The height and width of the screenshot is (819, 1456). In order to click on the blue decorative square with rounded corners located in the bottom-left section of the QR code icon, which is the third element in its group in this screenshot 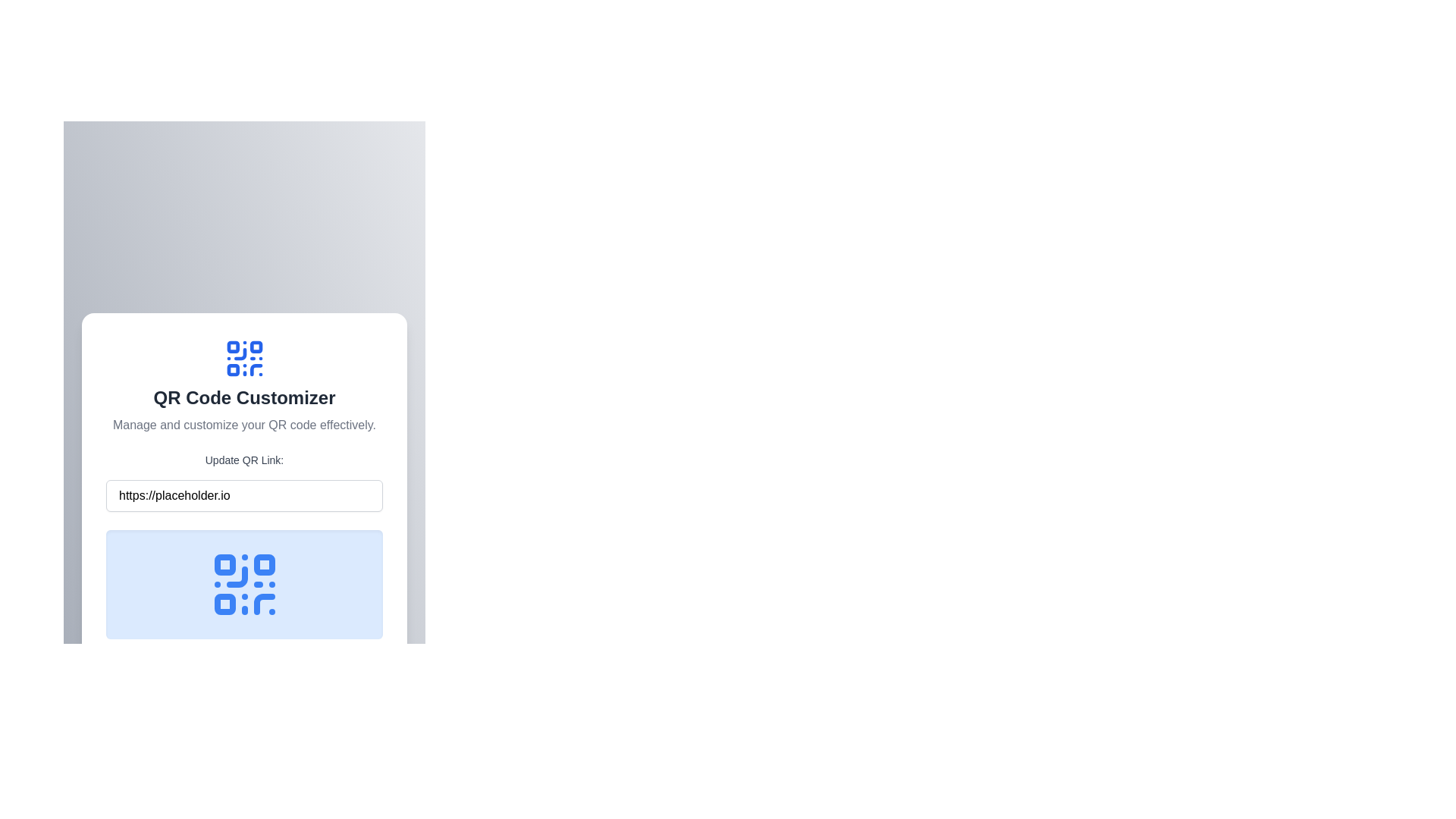, I will do `click(232, 370)`.